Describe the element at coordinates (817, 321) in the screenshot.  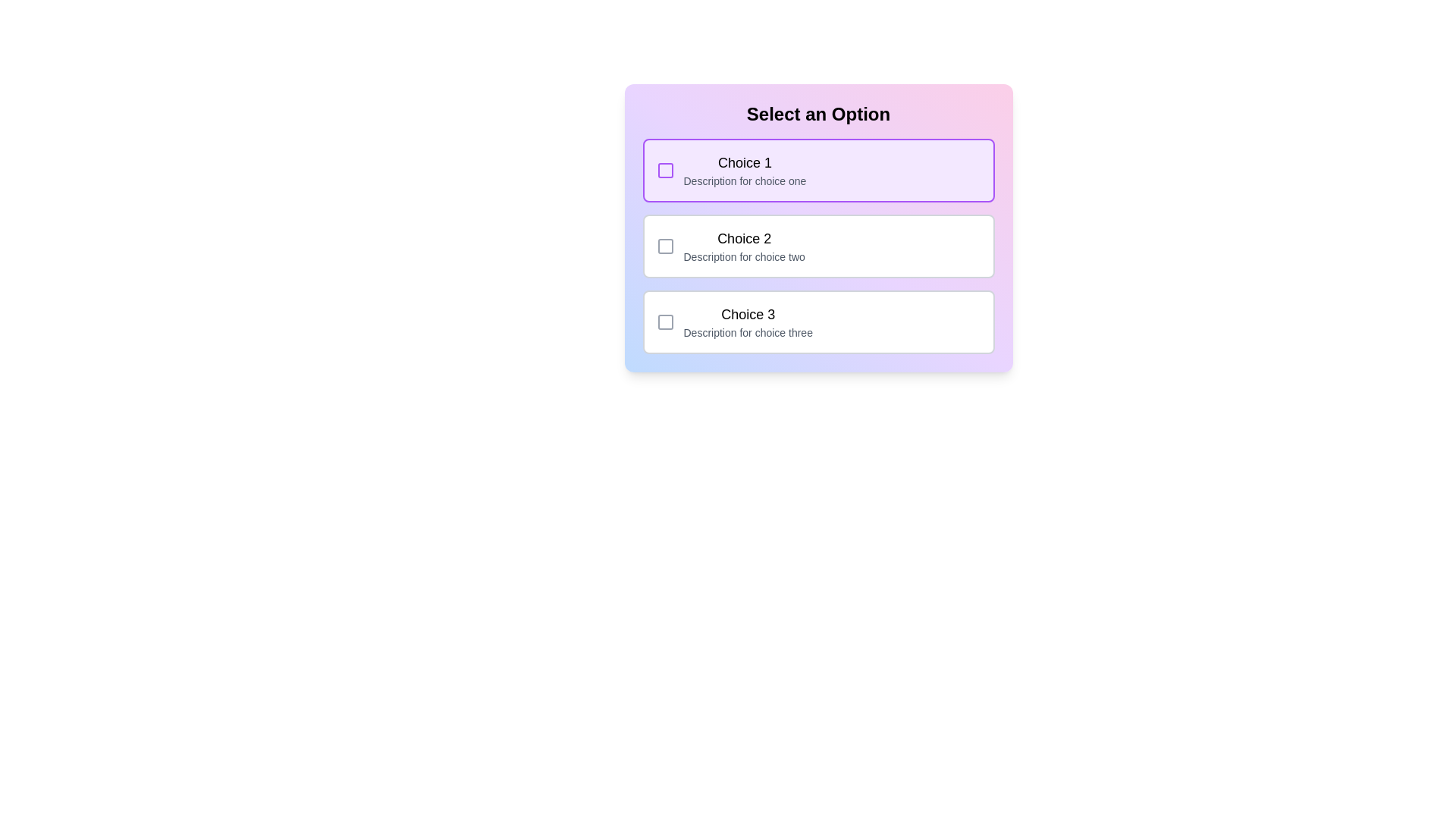
I see `the third selectable option row labeled 'Choice 3'` at that location.